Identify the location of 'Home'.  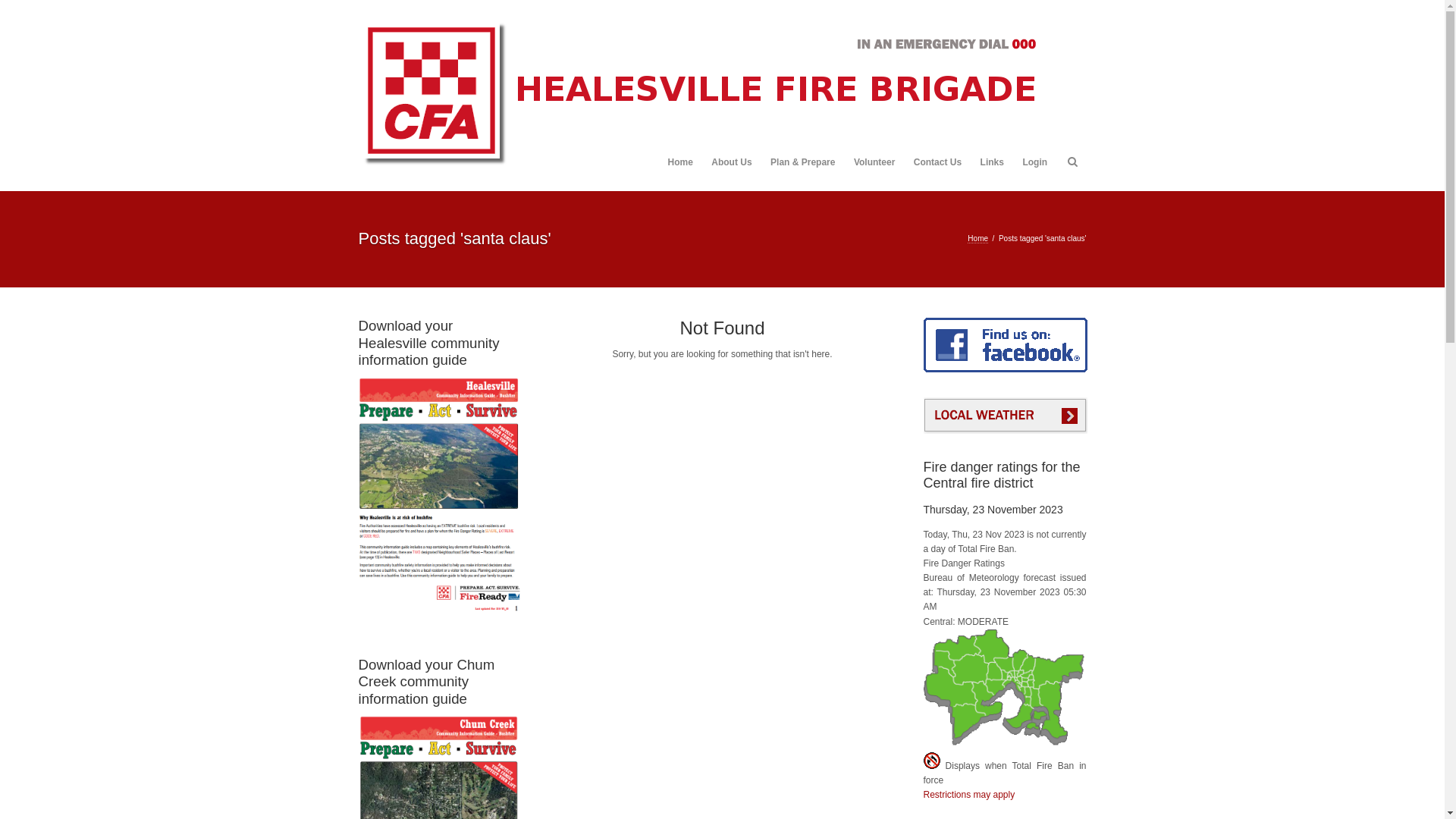
(679, 162).